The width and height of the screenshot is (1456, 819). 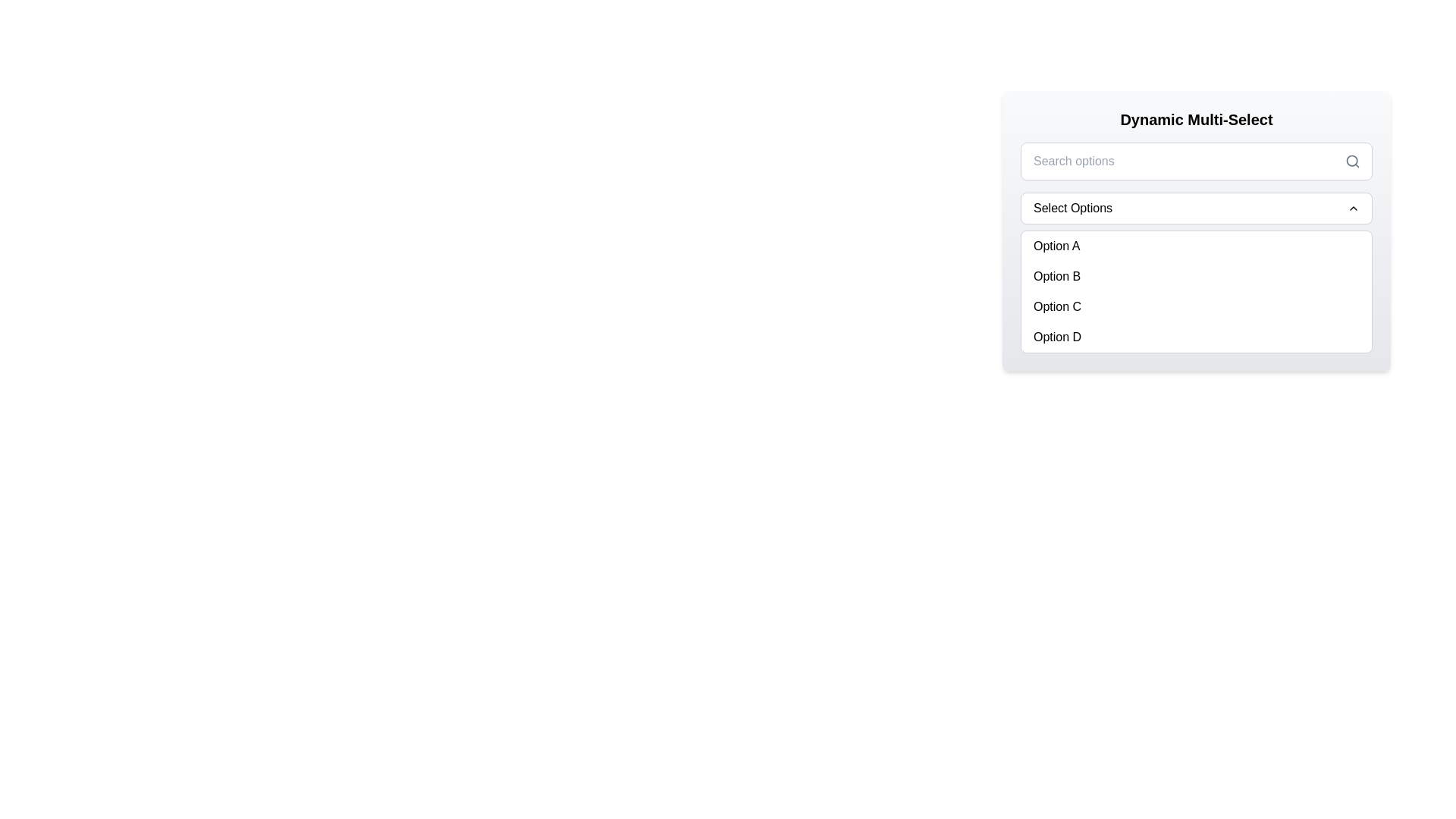 What do you see at coordinates (1196, 336) in the screenshot?
I see `details or styles of the clickable list item labeled 'Option D' in the dropdown menu, which is the fourth option with a white background and bold black text` at bounding box center [1196, 336].